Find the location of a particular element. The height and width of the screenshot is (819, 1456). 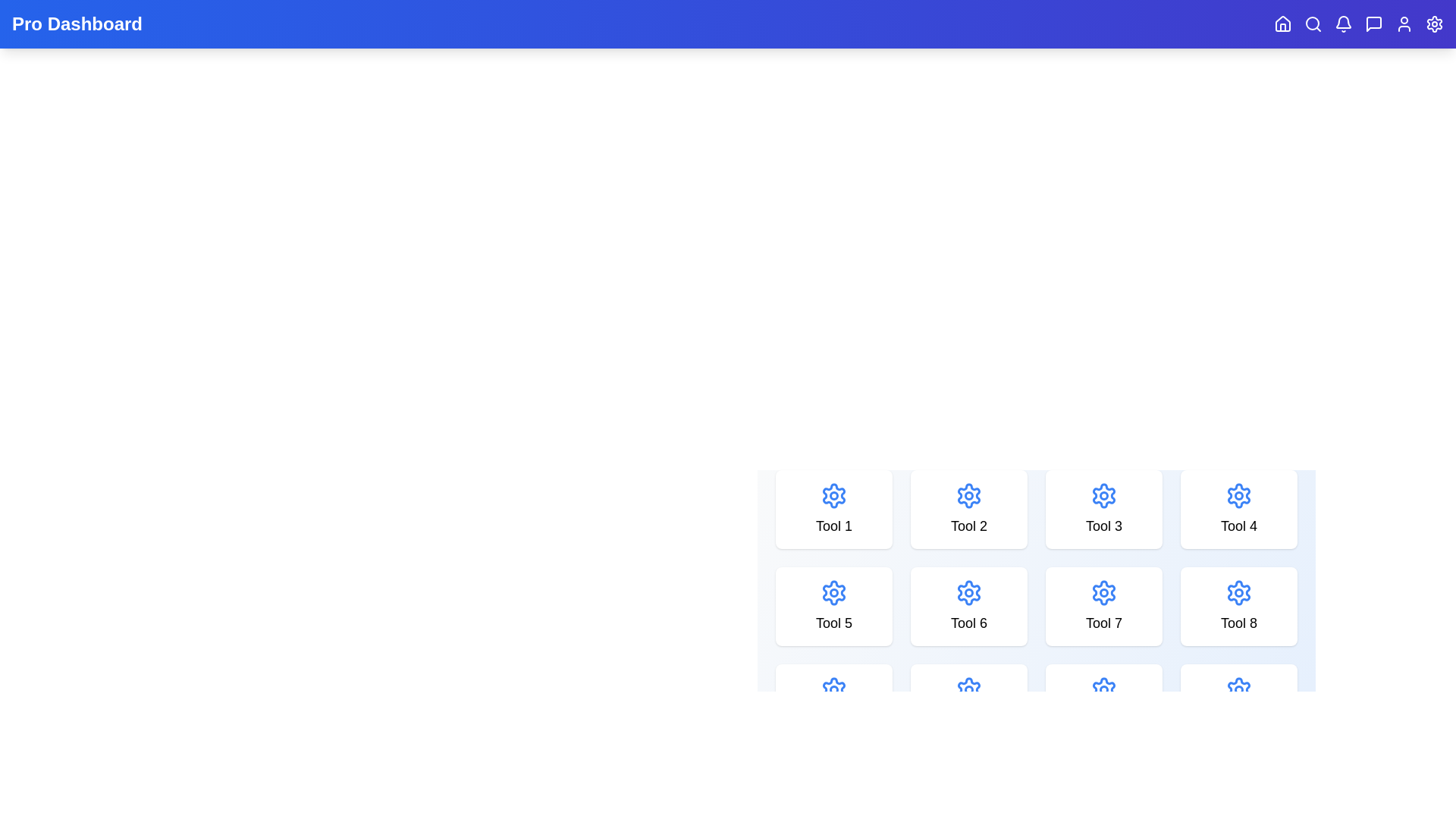

the User navigation icon in the header is located at coordinates (1404, 24).